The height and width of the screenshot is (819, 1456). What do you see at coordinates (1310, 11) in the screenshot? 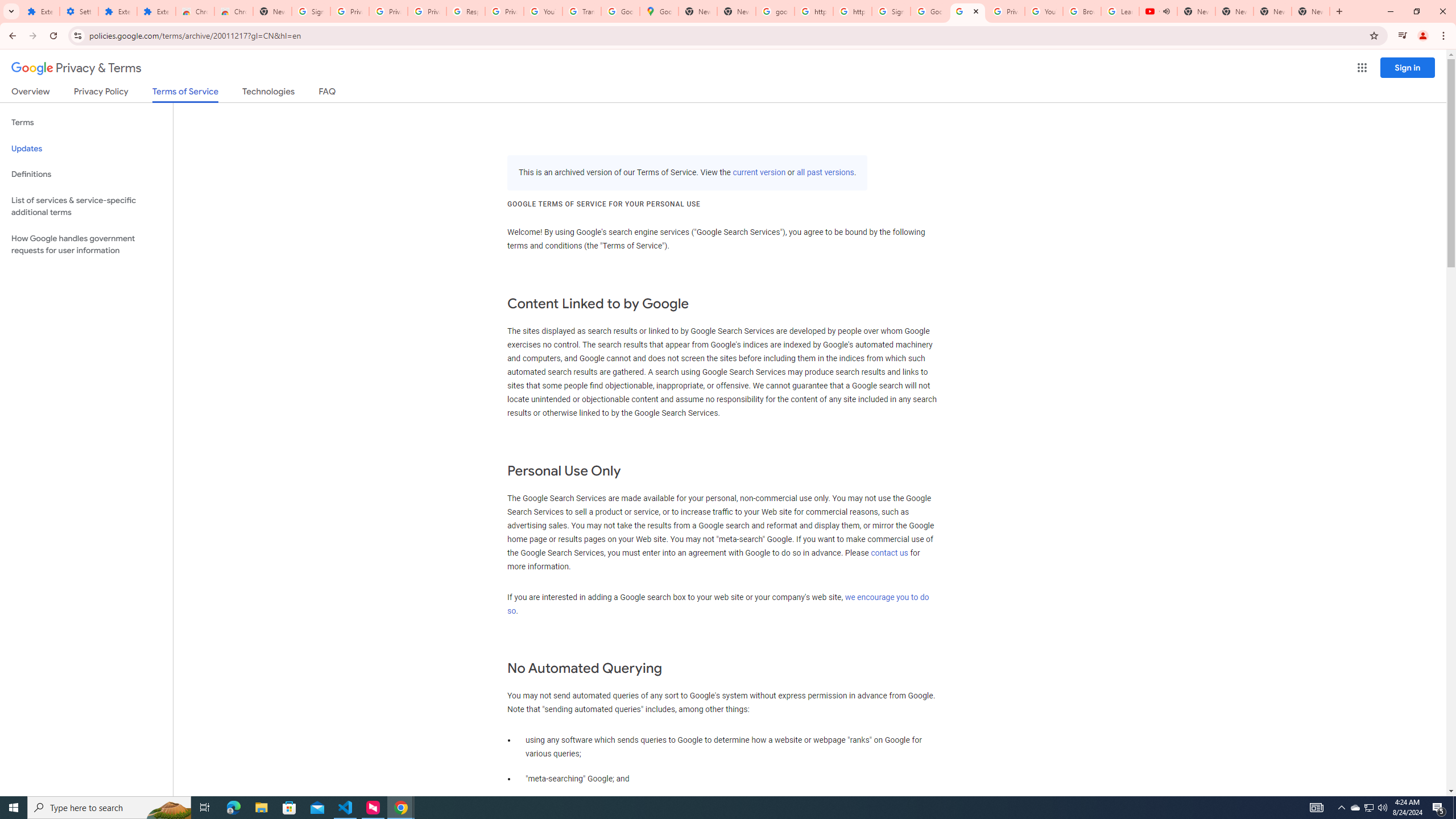
I see `'New Tab'` at bounding box center [1310, 11].